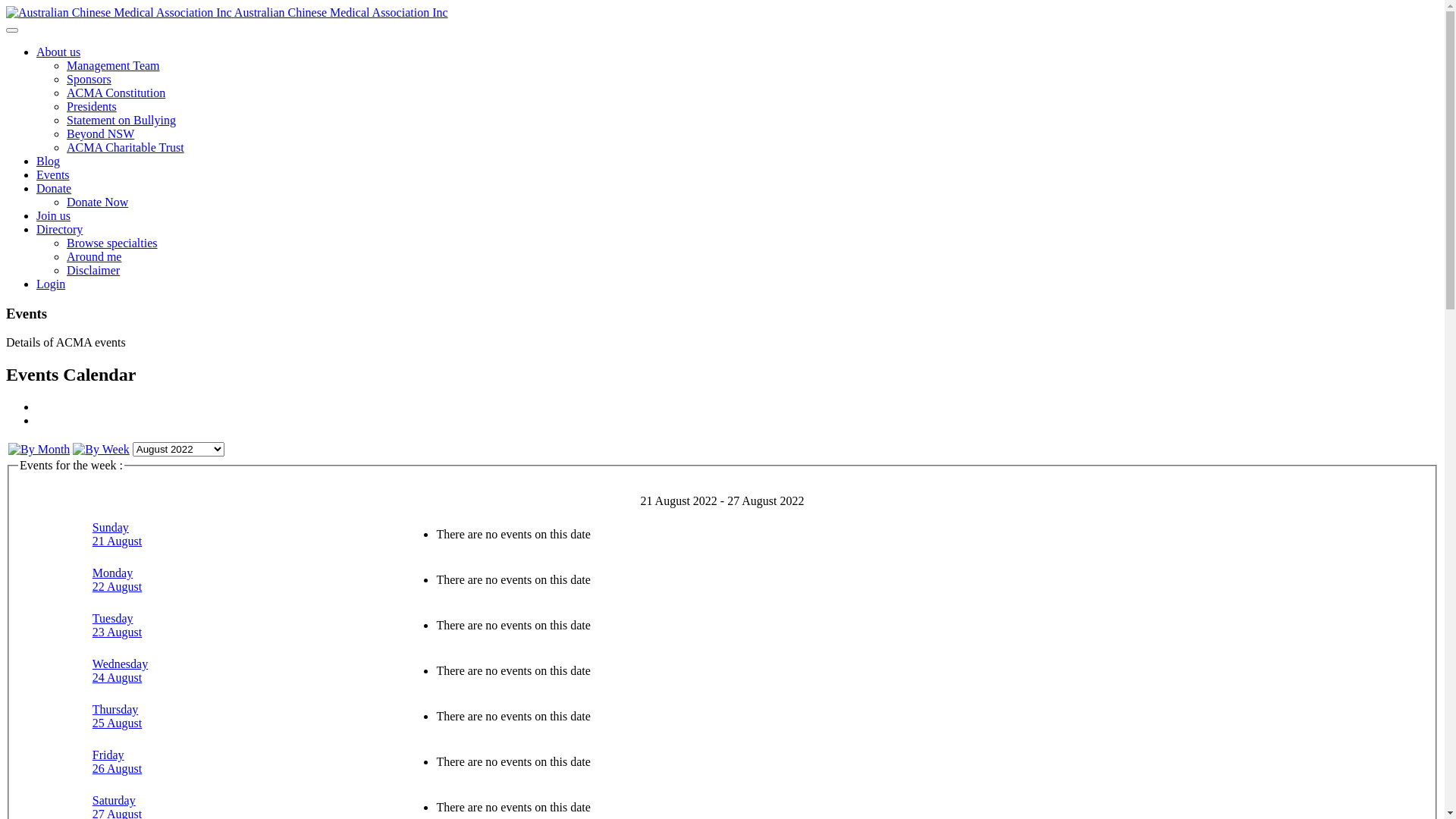 The width and height of the screenshot is (1456, 819). Describe the element at coordinates (58, 51) in the screenshot. I see `'About us'` at that location.